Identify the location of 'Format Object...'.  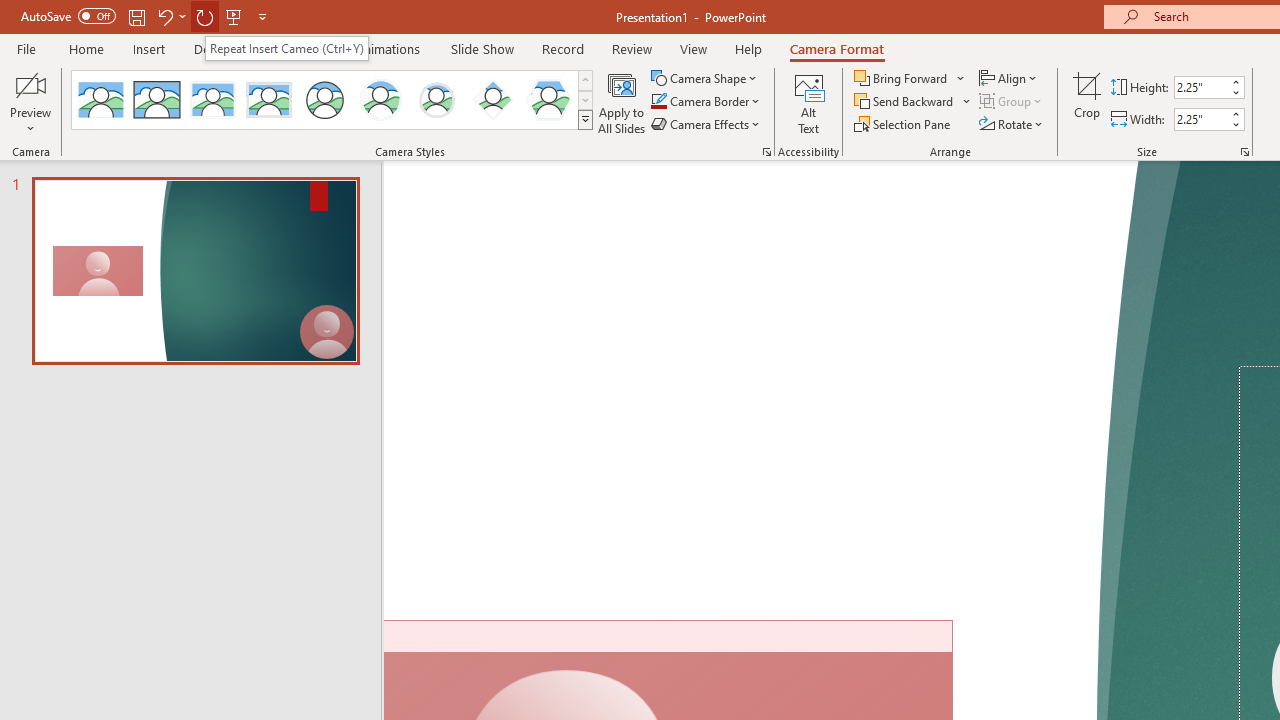
(765, 150).